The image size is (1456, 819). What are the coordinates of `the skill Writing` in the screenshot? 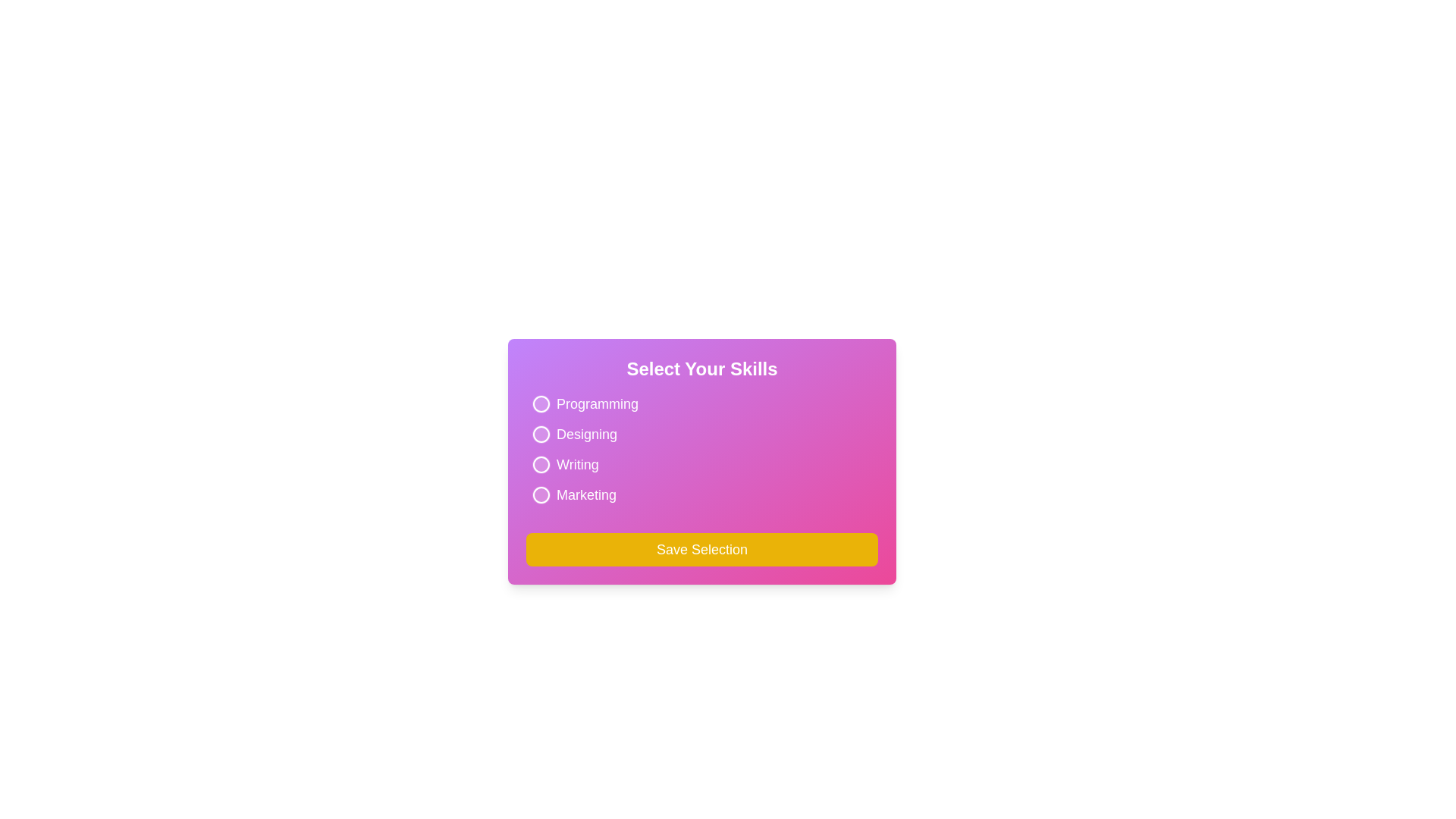 It's located at (541, 464).